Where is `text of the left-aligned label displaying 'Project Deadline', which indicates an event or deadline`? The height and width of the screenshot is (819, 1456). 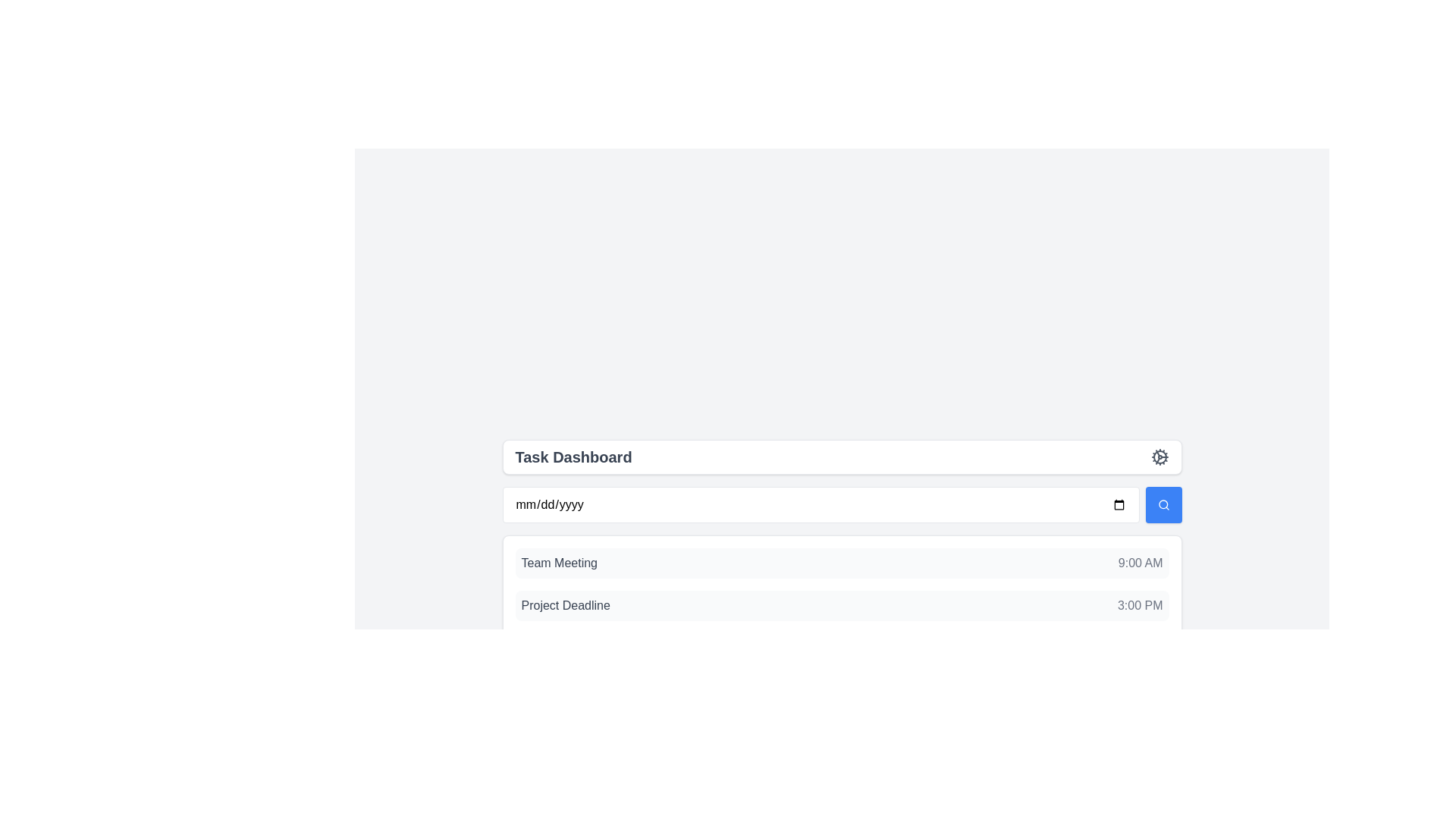
text of the left-aligned label displaying 'Project Deadline', which indicates an event or deadline is located at coordinates (565, 604).